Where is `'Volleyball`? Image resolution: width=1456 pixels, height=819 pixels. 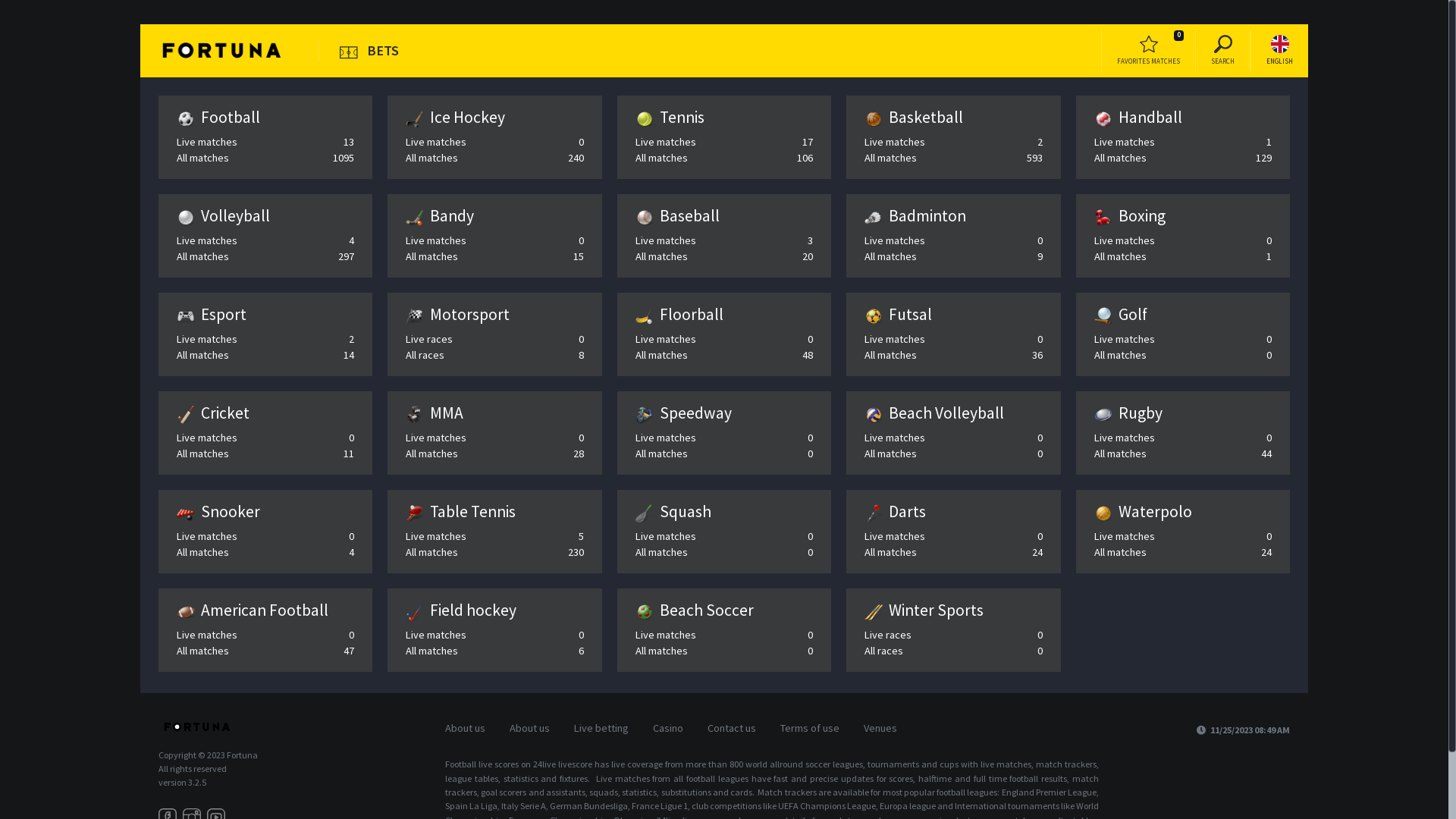
'Volleyball is located at coordinates (265, 236).